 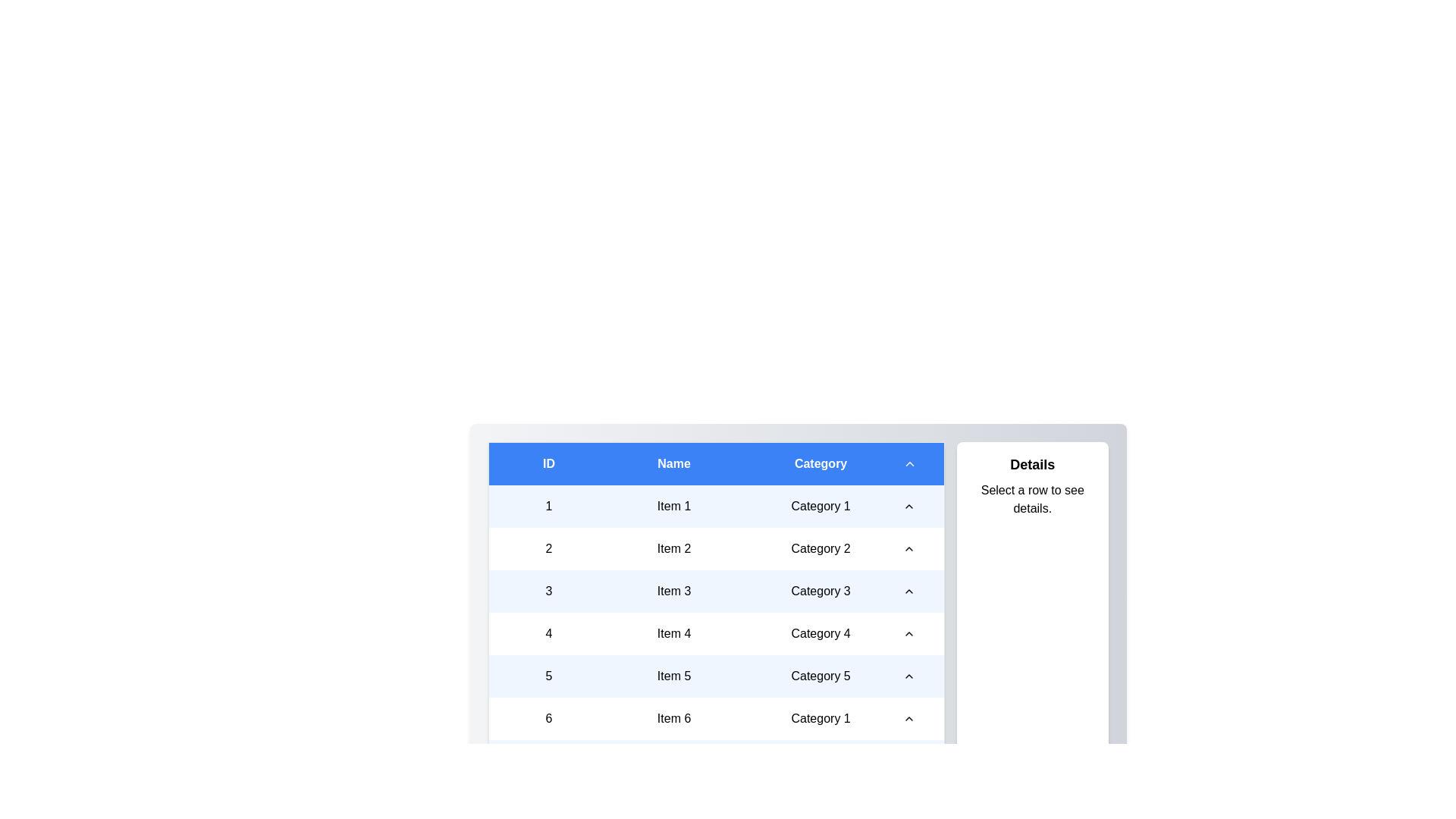 I want to click on the sort icon in the column header to toggle the sort order for the column ID, so click(x=548, y=463).